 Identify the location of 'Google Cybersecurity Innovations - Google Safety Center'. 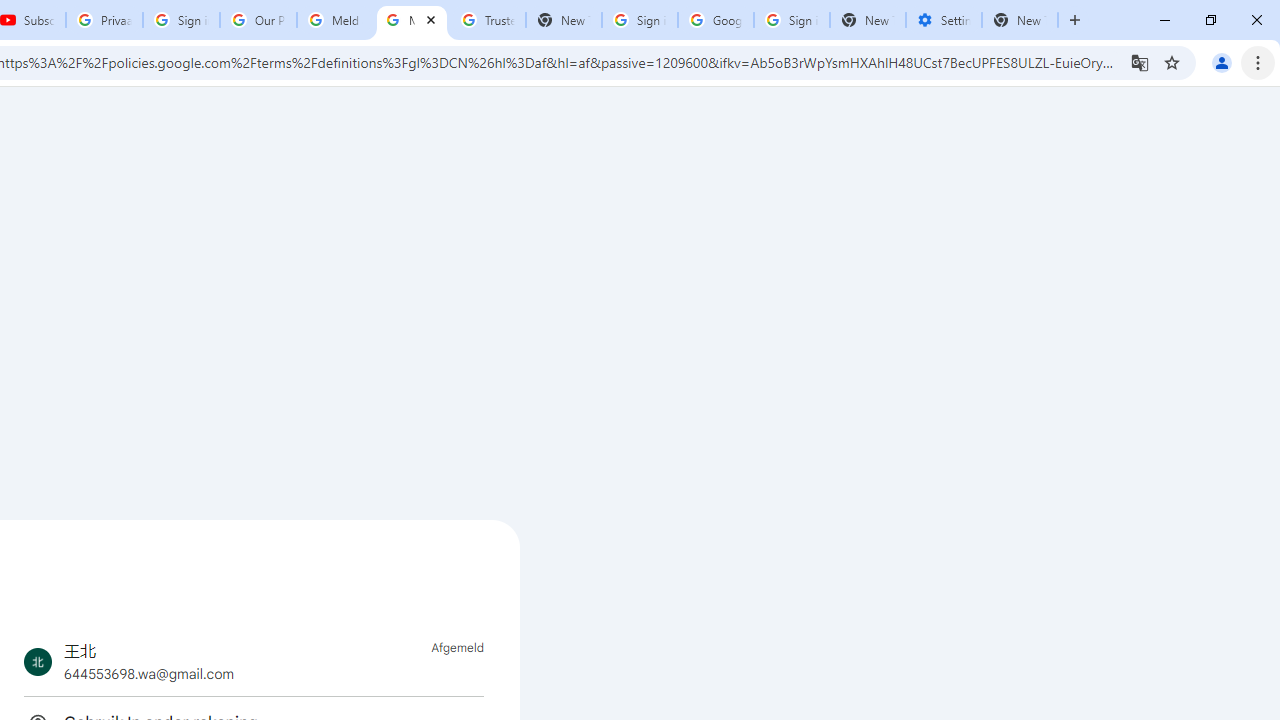
(716, 20).